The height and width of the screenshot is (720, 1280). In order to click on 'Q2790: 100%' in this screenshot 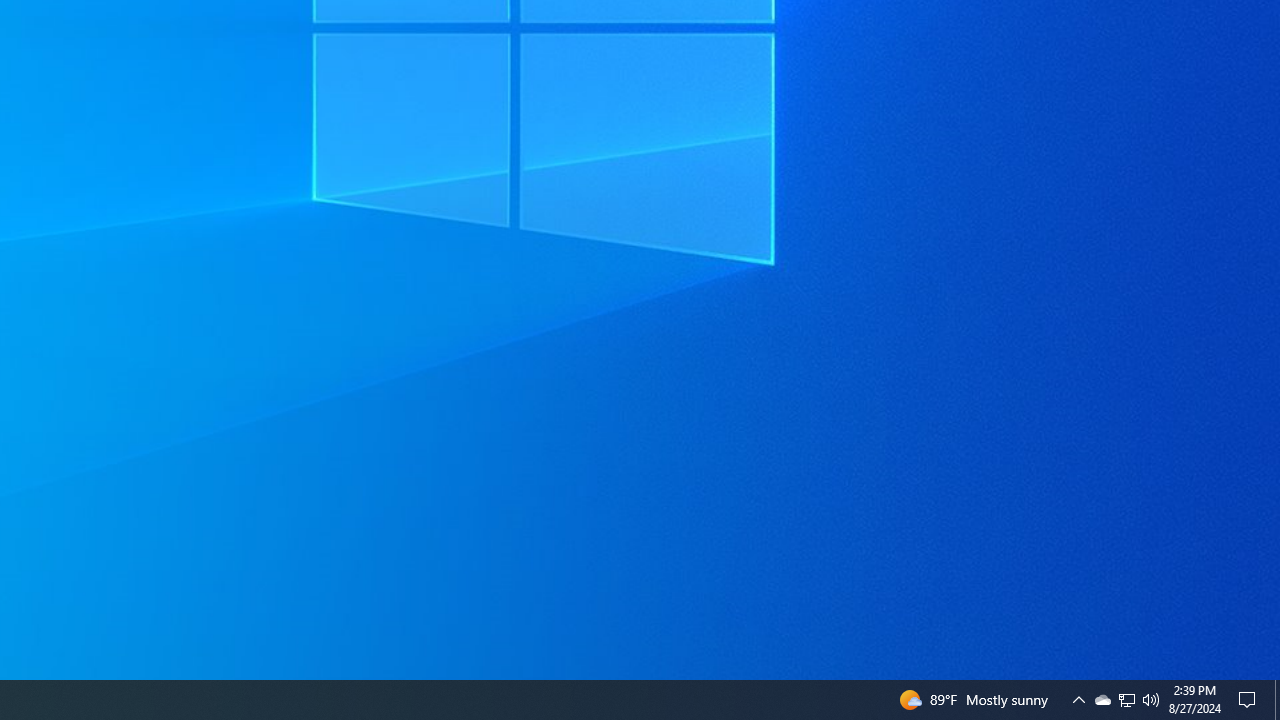, I will do `click(1151, 698)`.